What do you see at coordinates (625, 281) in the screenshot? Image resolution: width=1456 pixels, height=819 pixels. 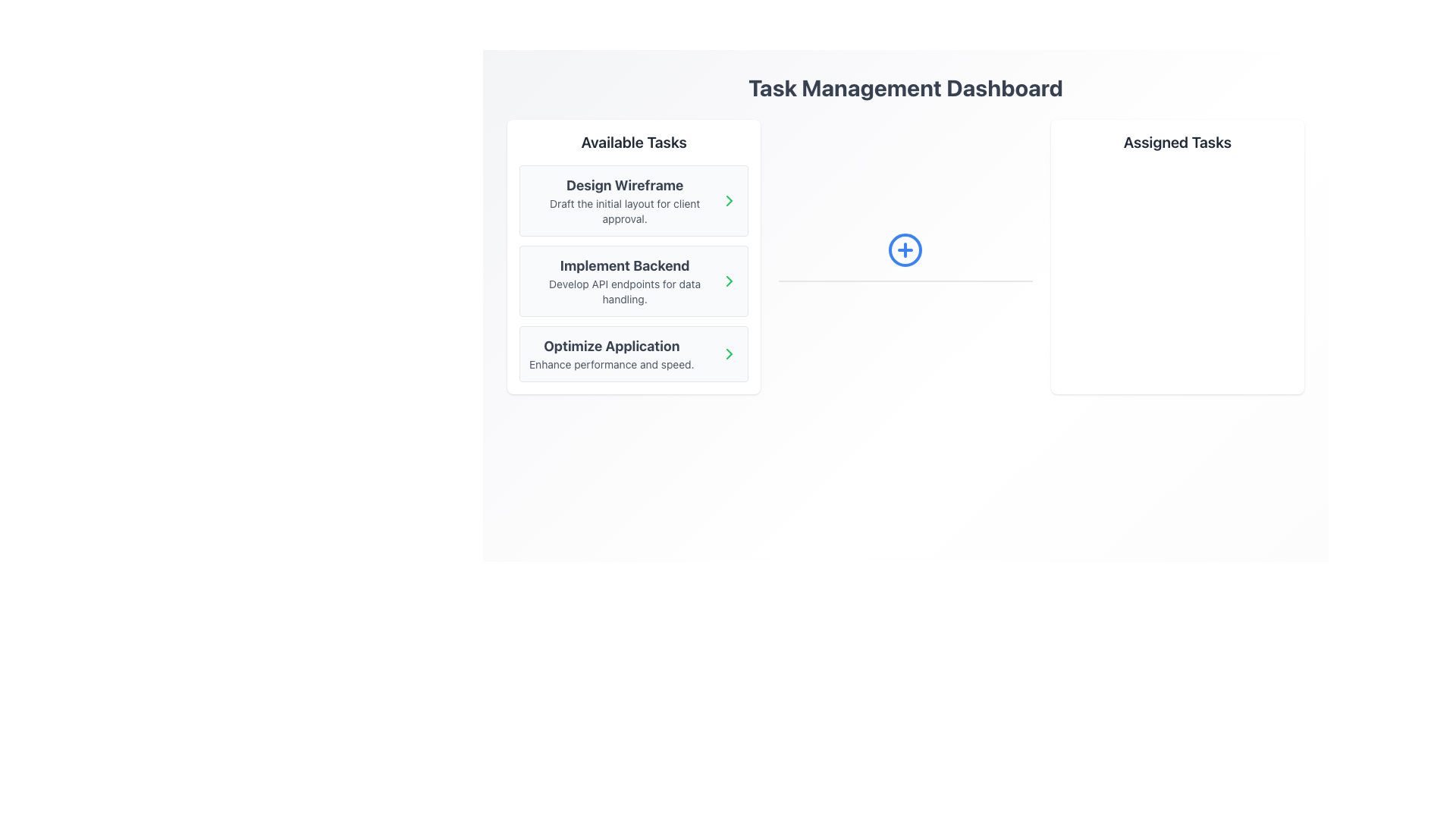 I see `the Task Item located between 'Design Wireframe' and 'Optimize Application' in the 'Available Tasks' section` at bounding box center [625, 281].